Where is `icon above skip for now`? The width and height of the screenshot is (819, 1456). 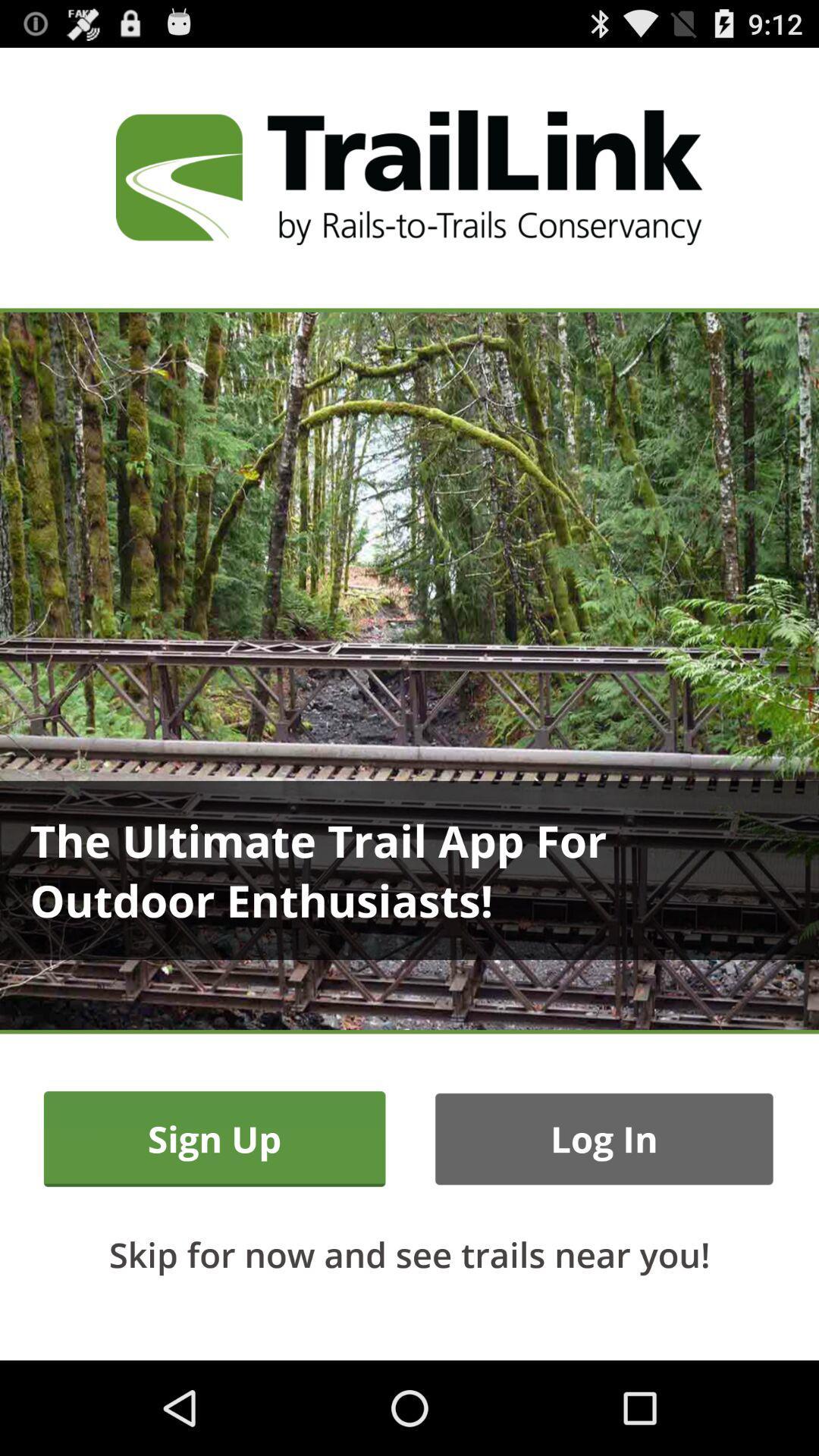 icon above skip for now is located at coordinates (215, 1139).